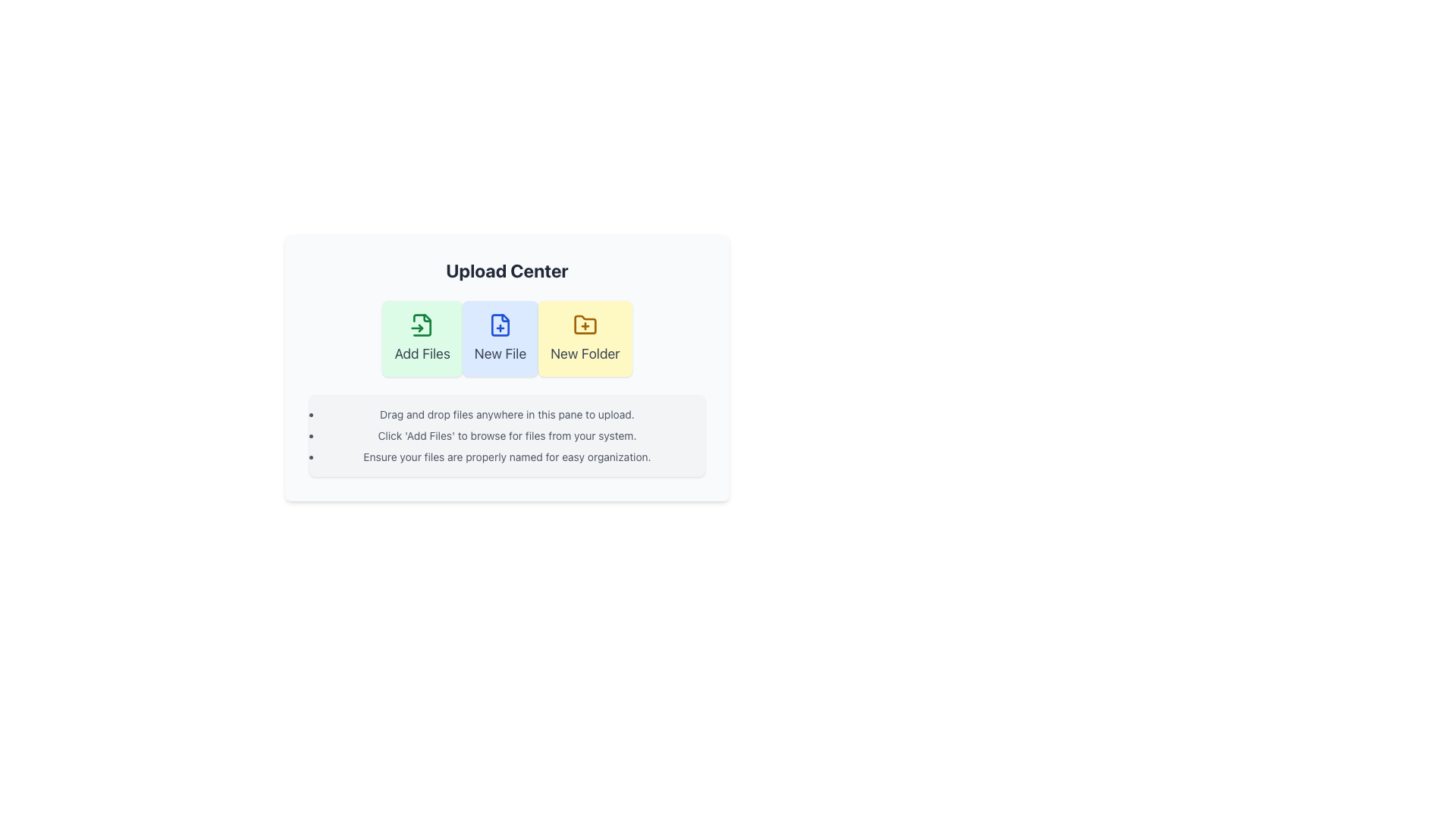 Image resolution: width=1456 pixels, height=819 pixels. I want to click on the leftmost button labeled 'Add Files' that appears as a light green rectangular box with rounded corners, featuring a document icon and bold dark gray text, so click(422, 338).